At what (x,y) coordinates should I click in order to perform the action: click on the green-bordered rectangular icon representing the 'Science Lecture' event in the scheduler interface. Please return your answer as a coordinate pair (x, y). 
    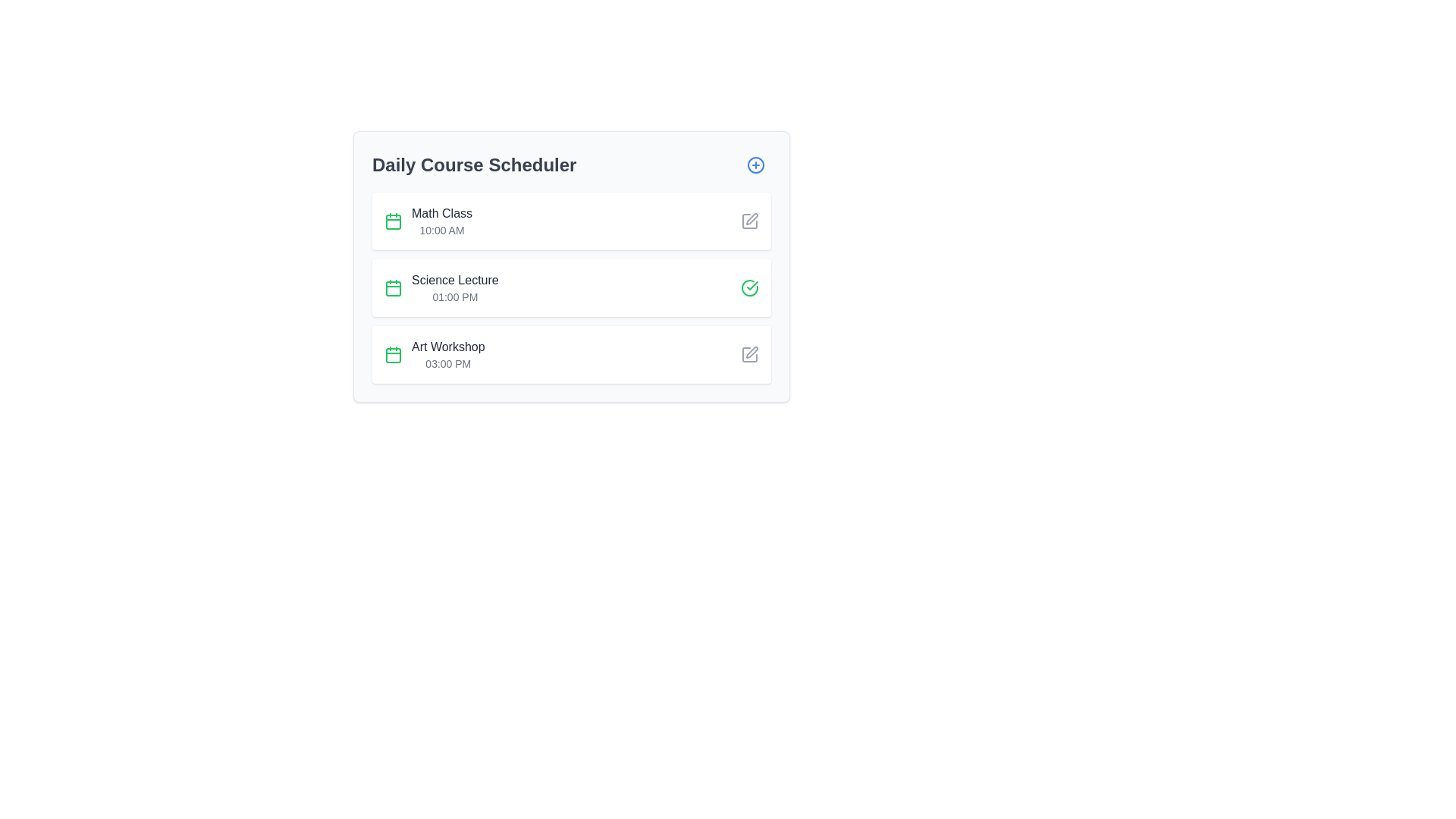
    Looking at the image, I should click on (393, 222).